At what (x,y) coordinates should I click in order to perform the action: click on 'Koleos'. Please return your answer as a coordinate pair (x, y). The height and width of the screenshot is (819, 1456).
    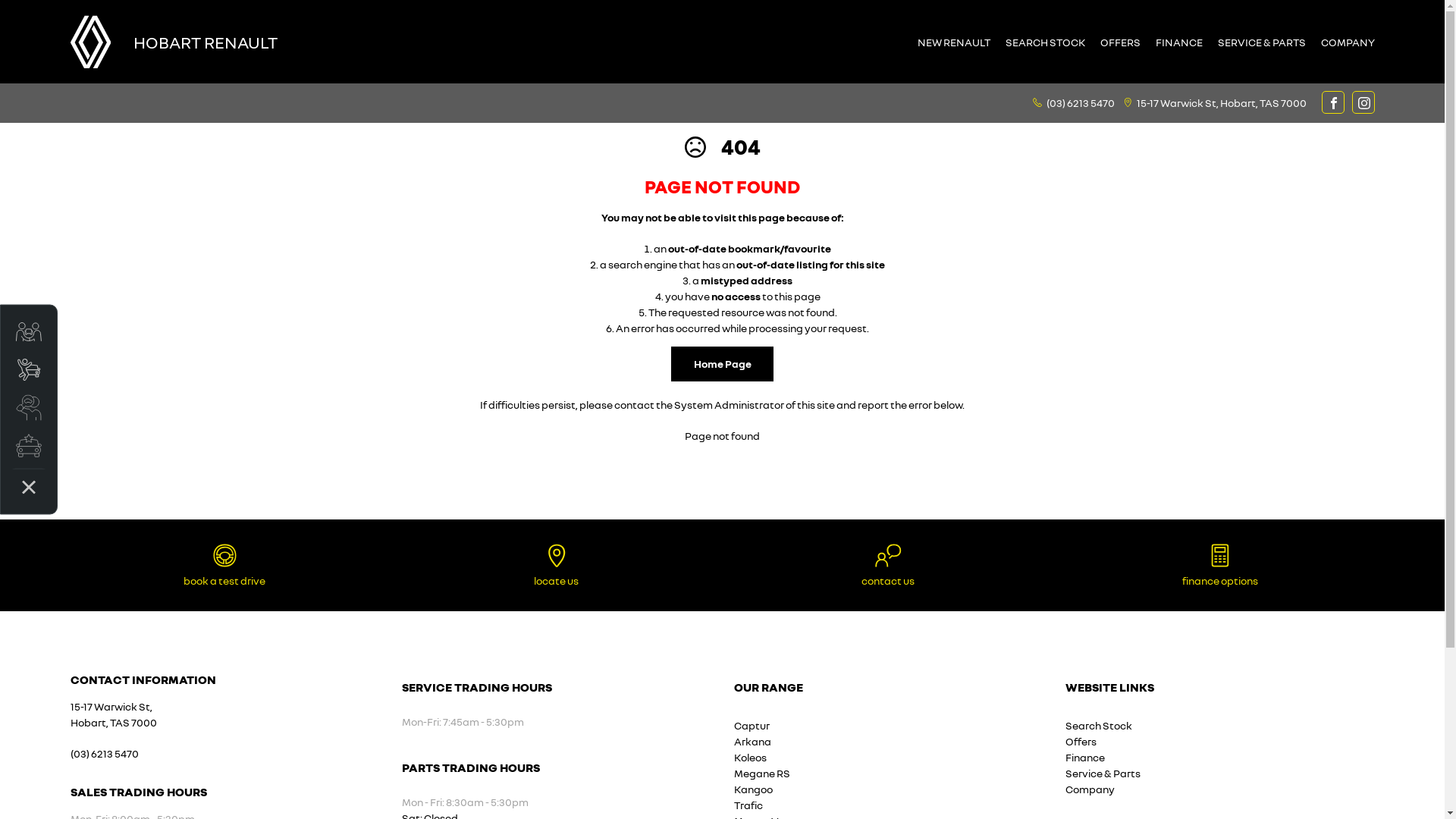
    Looking at the image, I should click on (750, 757).